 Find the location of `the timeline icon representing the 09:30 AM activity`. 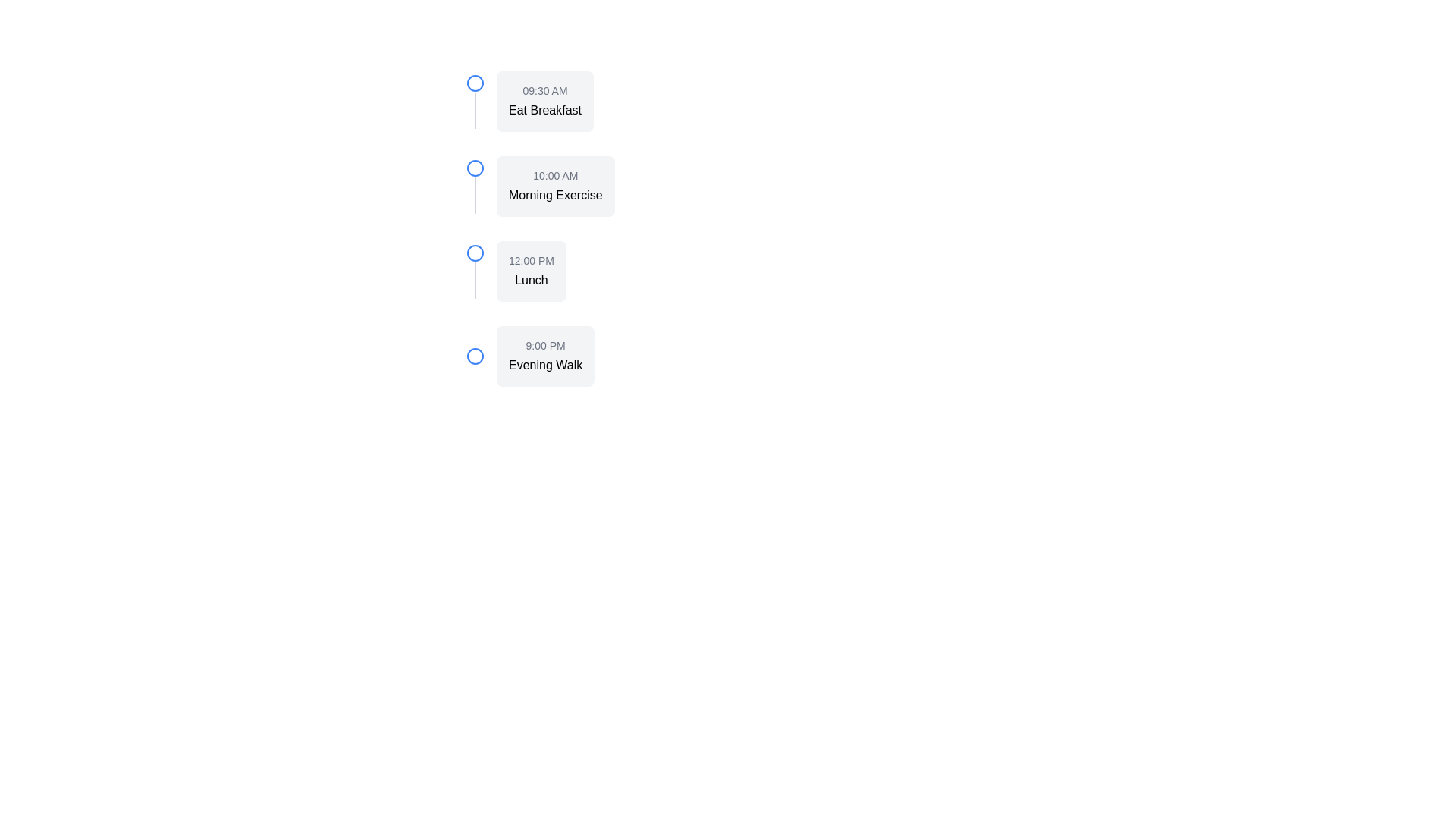

the timeline icon representing the 09:30 AM activity is located at coordinates (475, 83).